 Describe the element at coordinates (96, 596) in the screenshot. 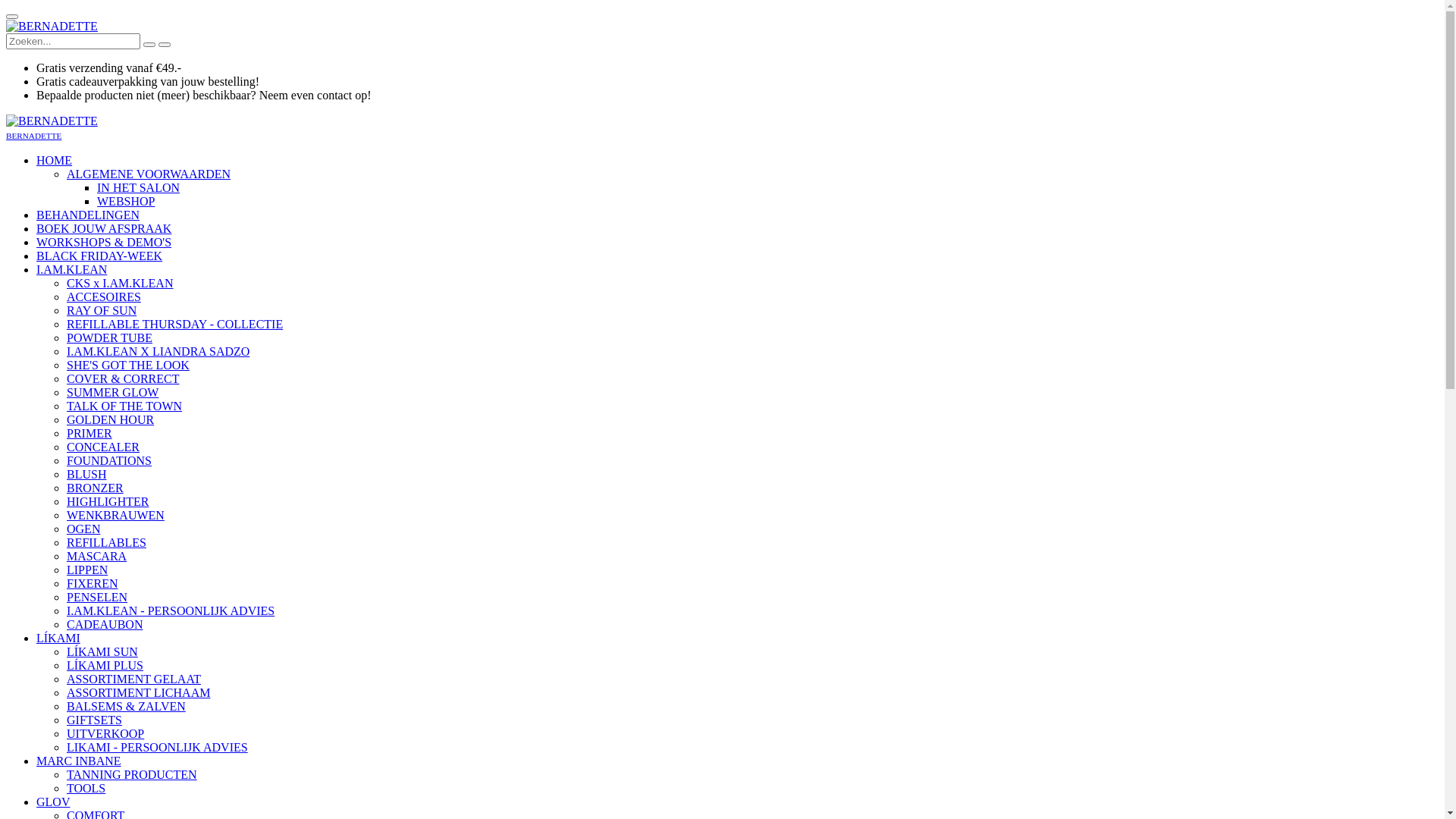

I see `'PENSELEN'` at that location.